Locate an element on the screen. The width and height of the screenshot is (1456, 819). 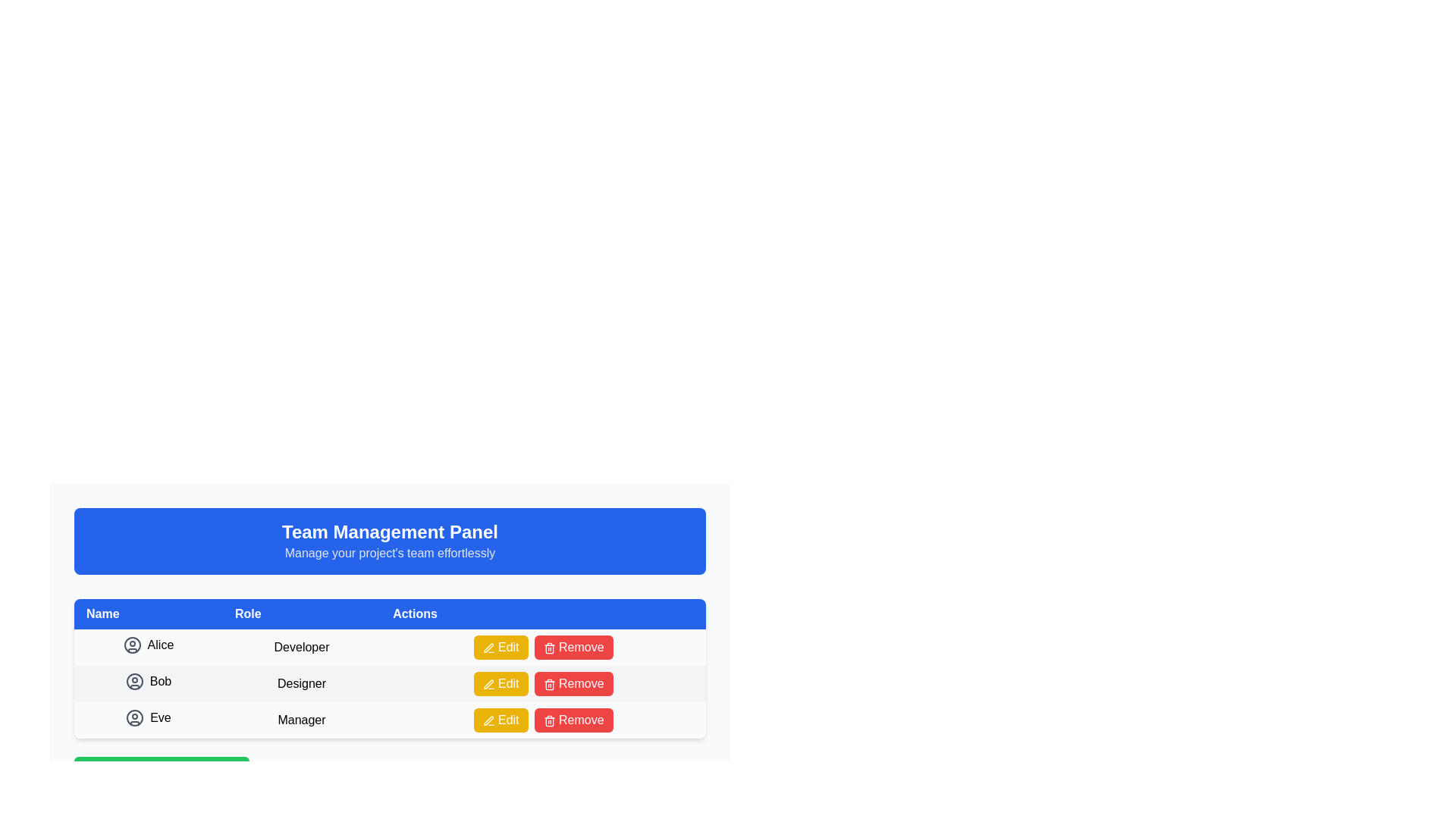
the 'Edit' and 'Remove' buttons in the 'Actions' column of the 'Team Management Panel' table, specifically for 'Eve' is located at coordinates (543, 719).